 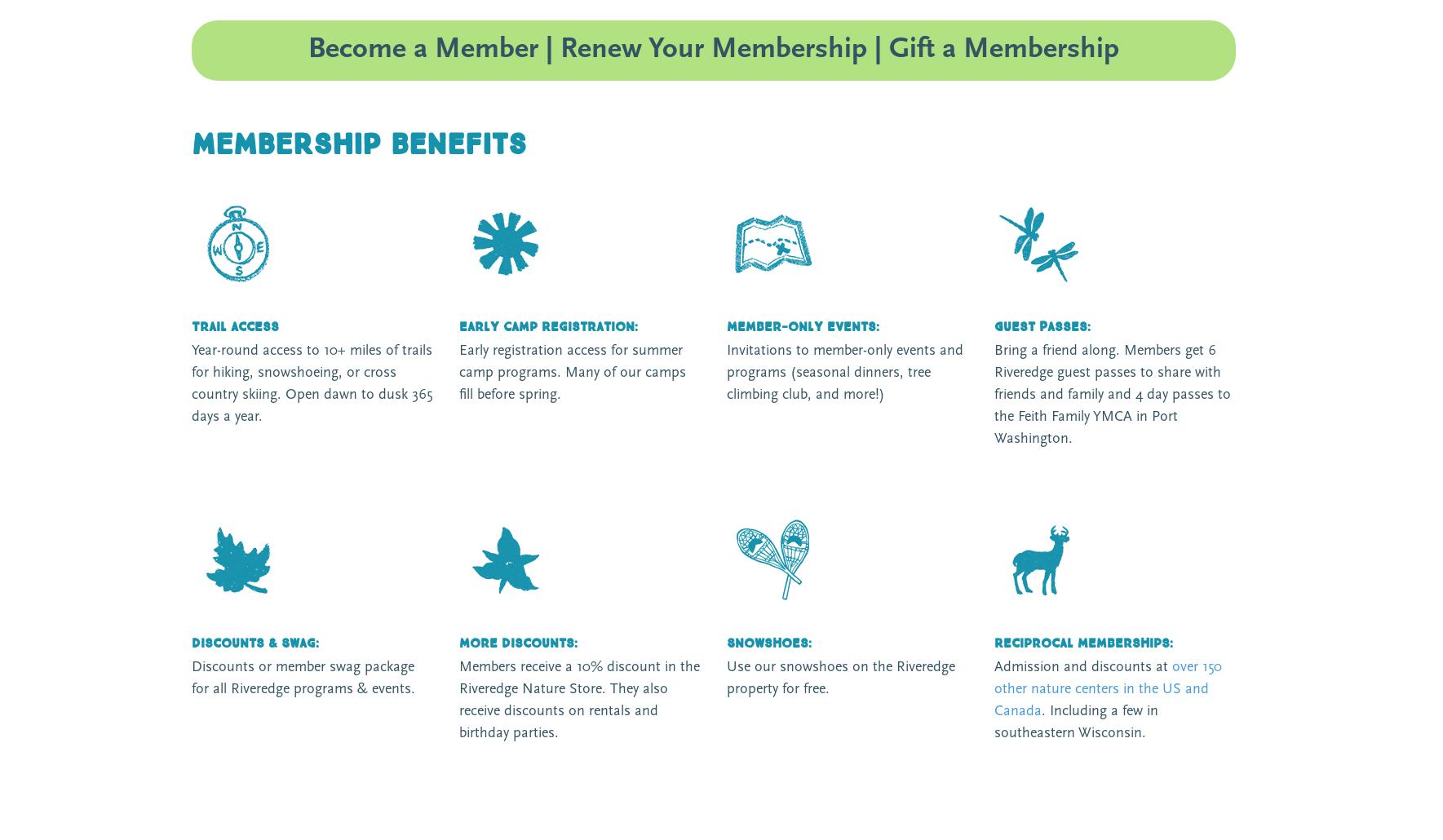 What do you see at coordinates (572, 372) in the screenshot?
I see `'Early registration access for summer camp programs. Many of our camps fill before spring.'` at bounding box center [572, 372].